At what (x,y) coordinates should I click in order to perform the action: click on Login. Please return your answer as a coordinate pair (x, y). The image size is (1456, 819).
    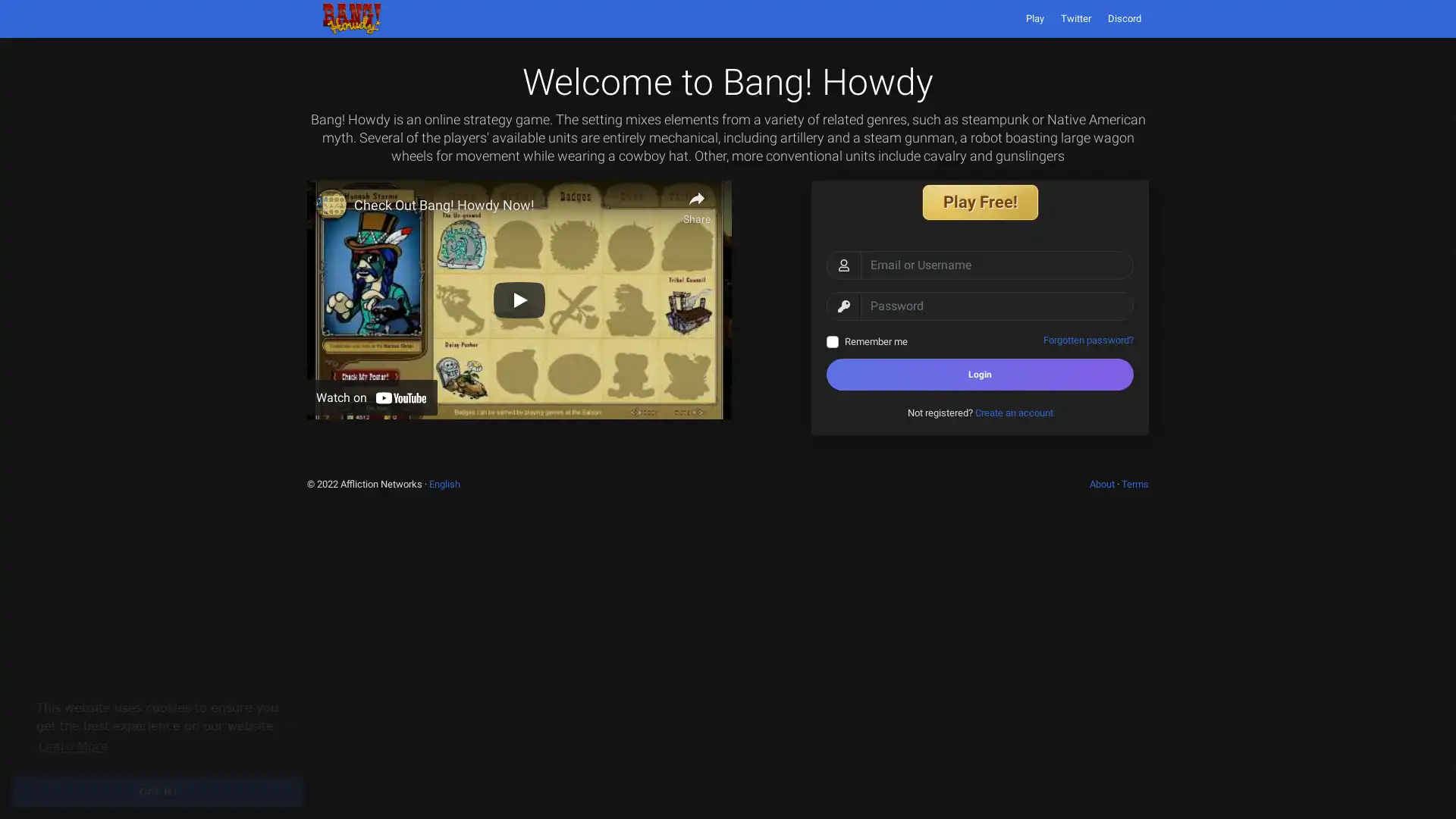
    Looking at the image, I should click on (980, 374).